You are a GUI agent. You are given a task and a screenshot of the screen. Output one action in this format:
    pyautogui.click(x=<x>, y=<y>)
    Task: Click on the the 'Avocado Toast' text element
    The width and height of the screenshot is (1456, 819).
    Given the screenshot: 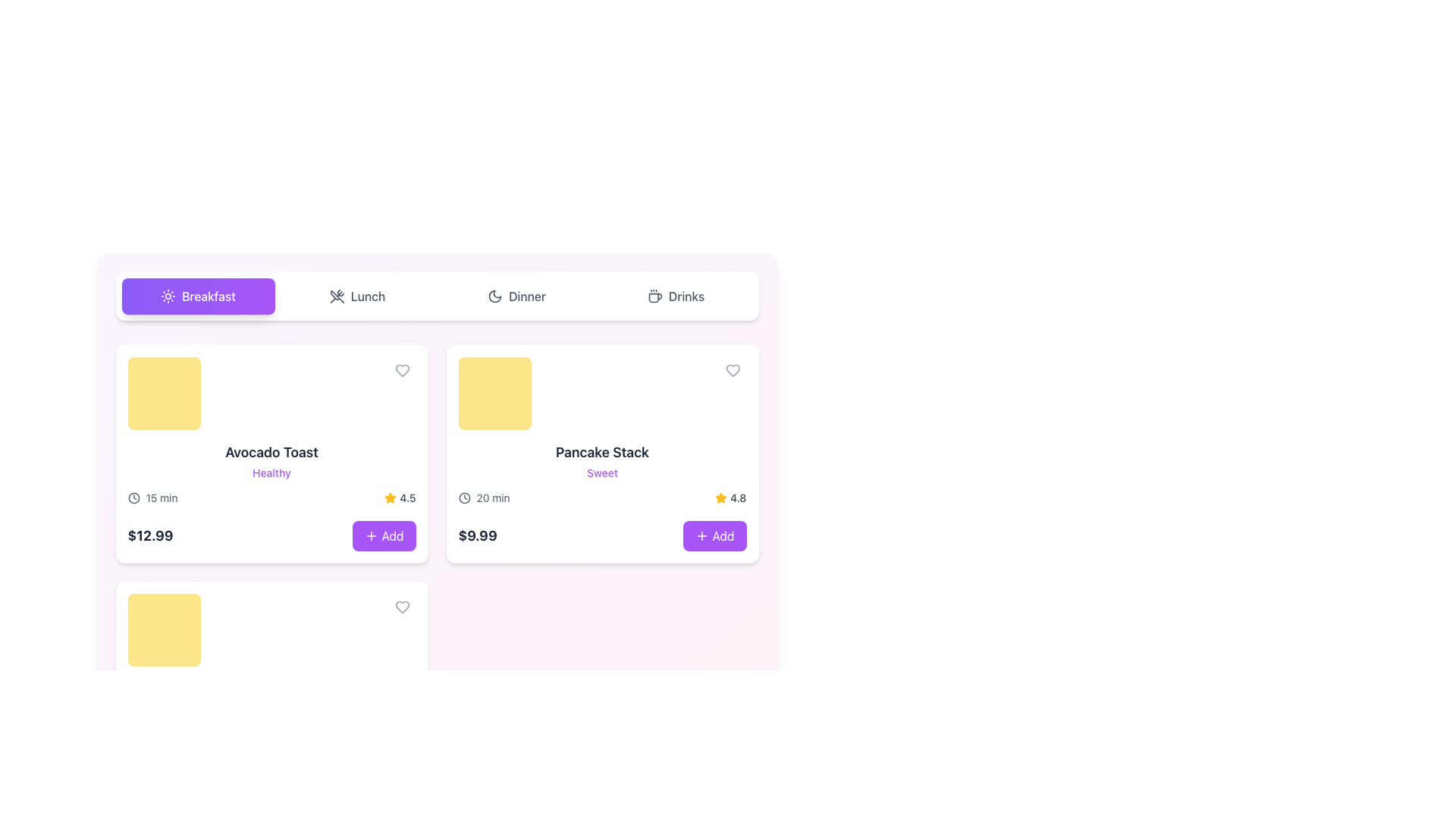 What is the action you would take?
    pyautogui.click(x=271, y=461)
    